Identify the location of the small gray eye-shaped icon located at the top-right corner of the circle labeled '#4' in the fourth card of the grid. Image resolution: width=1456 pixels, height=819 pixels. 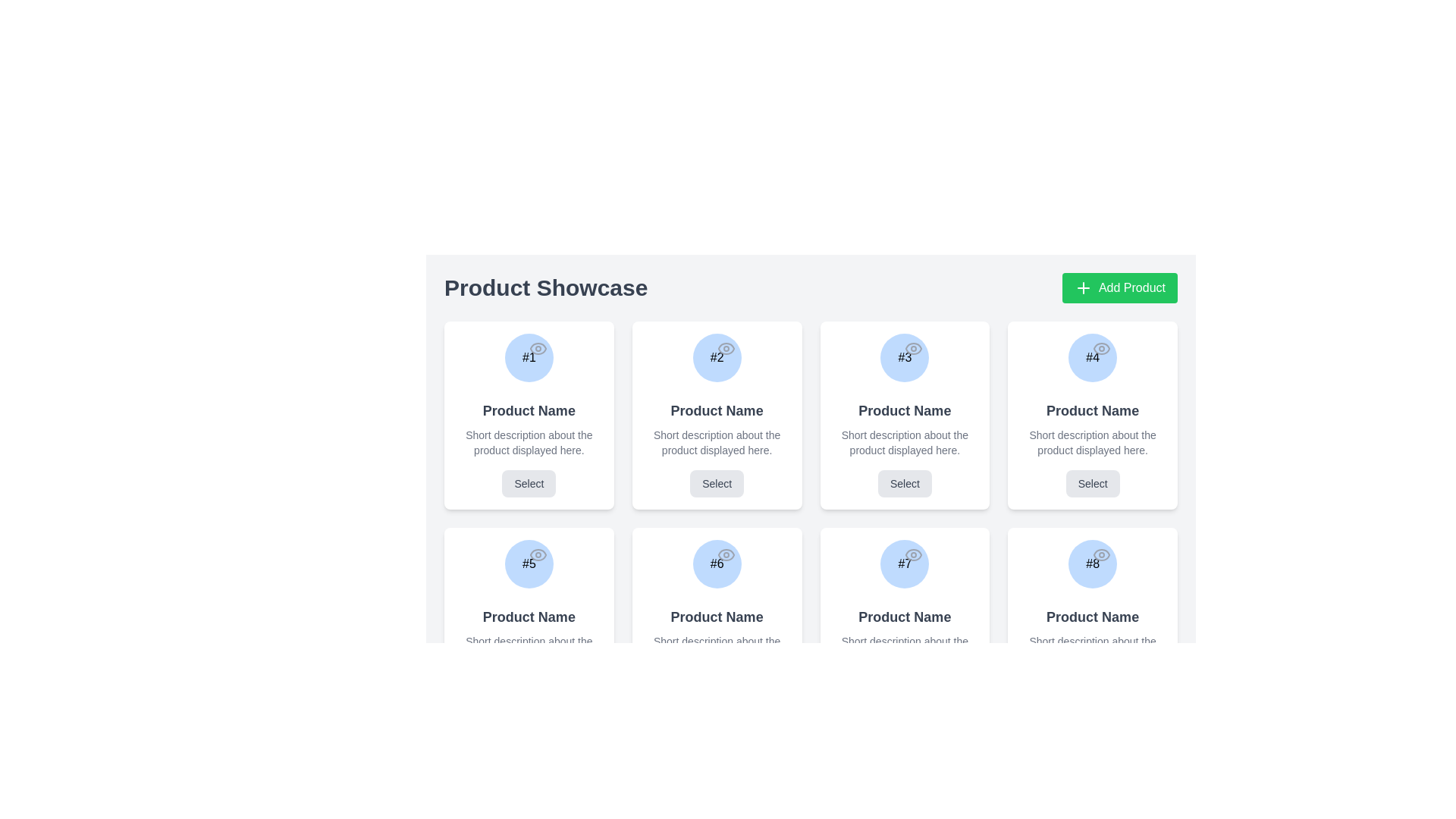
(1102, 348).